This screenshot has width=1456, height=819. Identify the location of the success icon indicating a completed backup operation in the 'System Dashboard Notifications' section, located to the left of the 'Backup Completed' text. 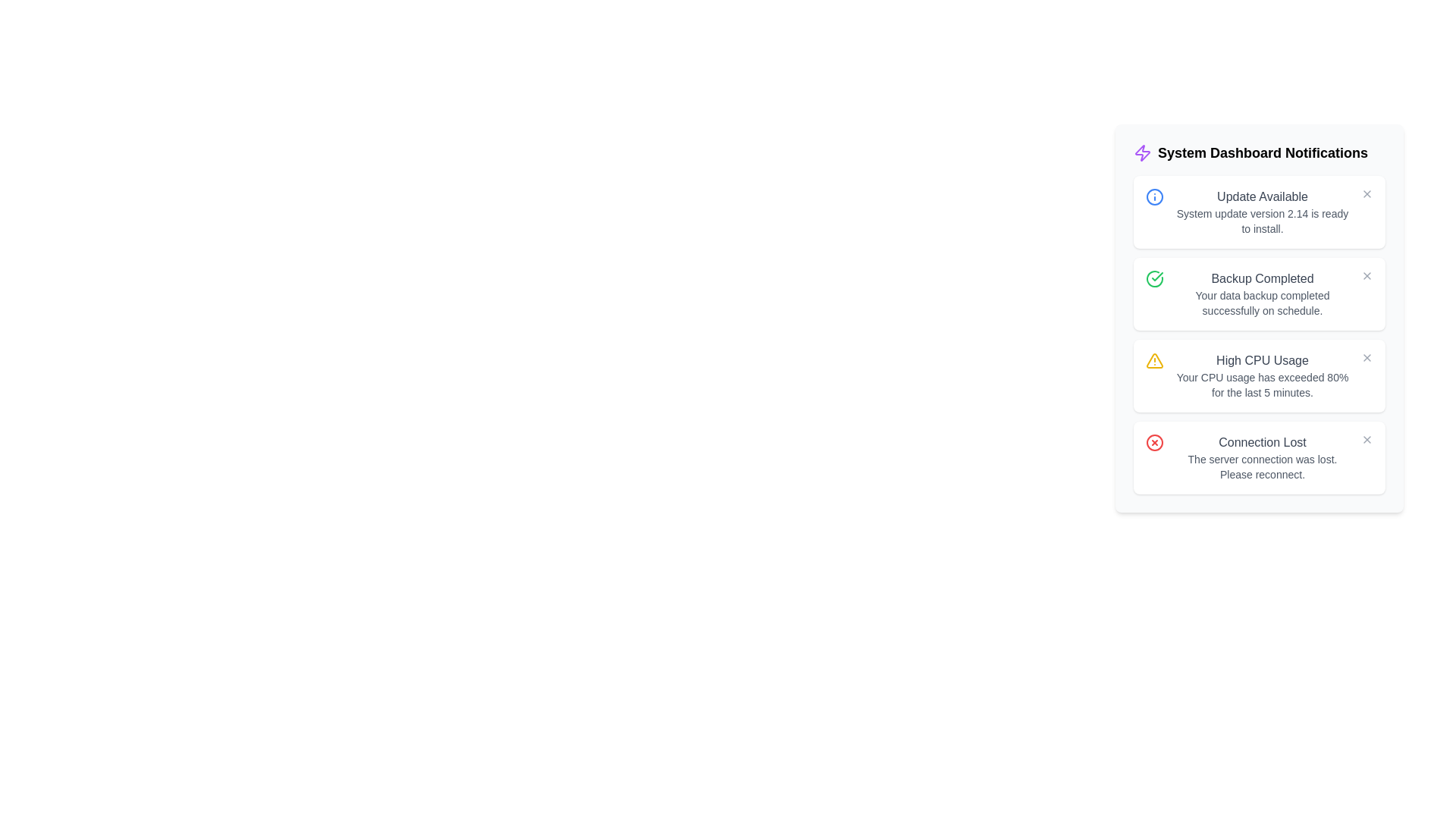
(1153, 278).